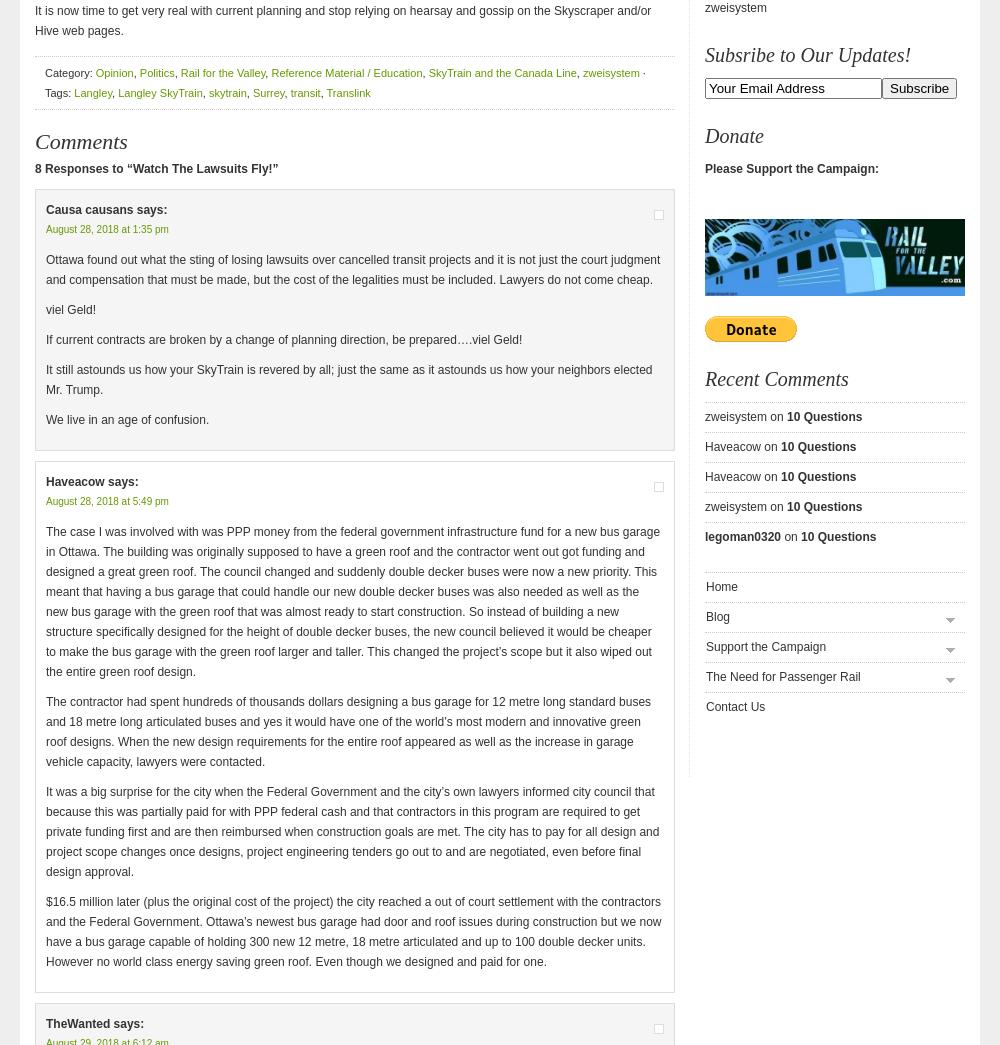 This screenshot has width=1000, height=1045. What do you see at coordinates (342, 20) in the screenshot?
I see `'It is now time to get very real with current planning and stop relying on hearsay and gossip on the Skyscraper and/or Hive web pages.'` at bounding box center [342, 20].